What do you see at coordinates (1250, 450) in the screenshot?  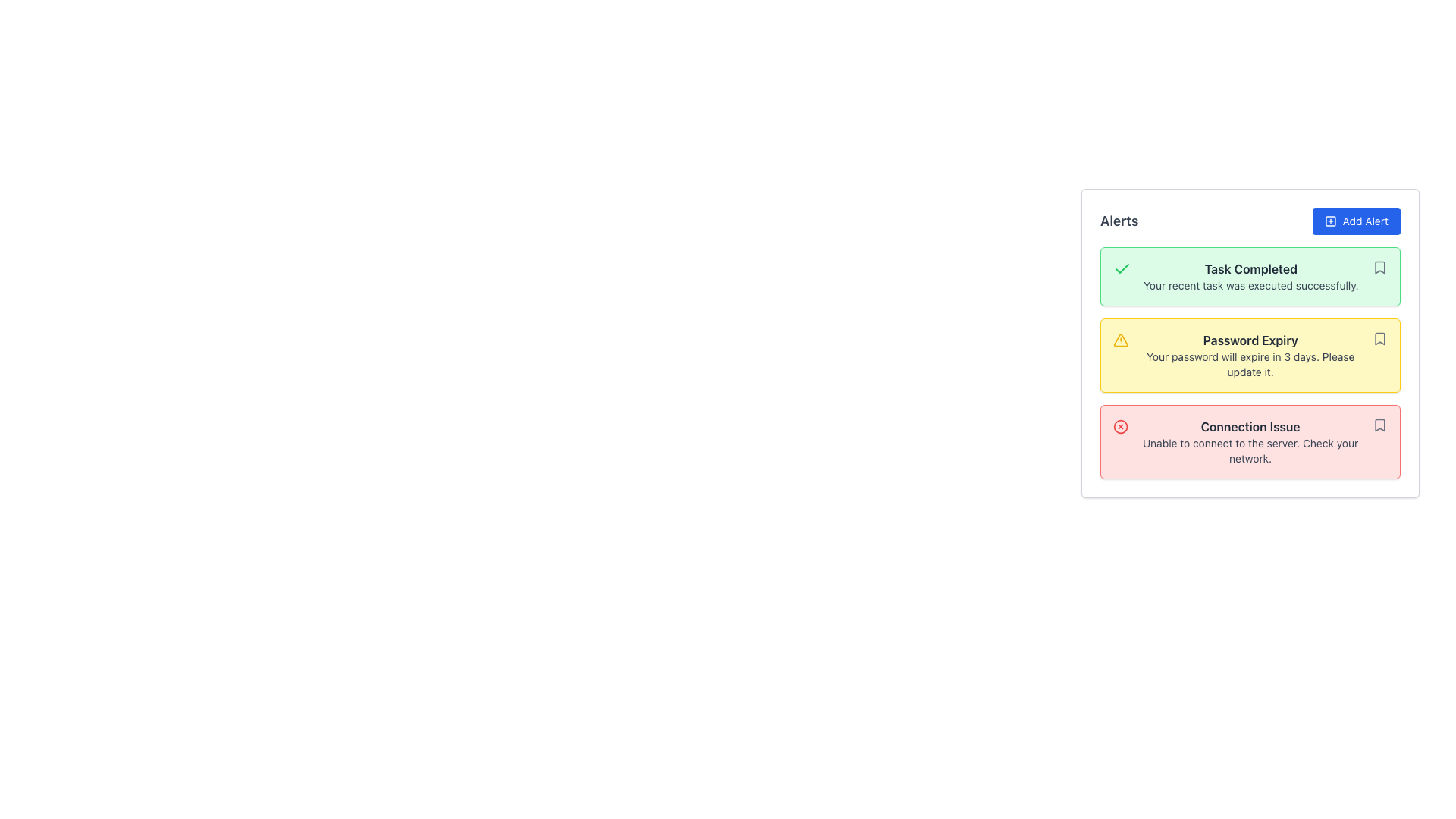 I see `text content of the alert message labeled 'Unable to connect to the server. Check your network.' which is styled in a small font and located within a red alert box at the bottom of the alerts section` at bounding box center [1250, 450].